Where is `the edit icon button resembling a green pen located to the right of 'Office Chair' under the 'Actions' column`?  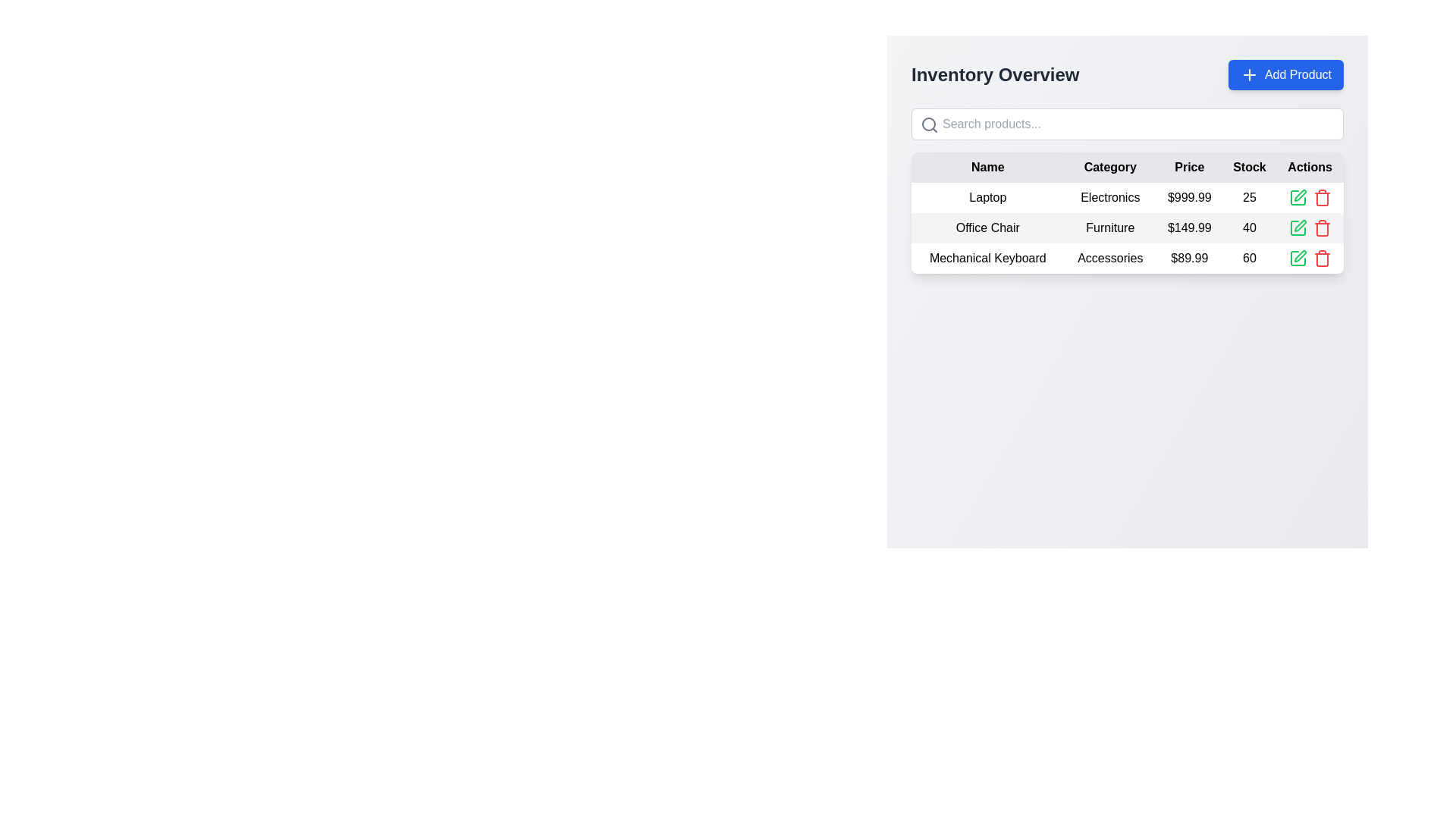
the edit icon button resembling a green pen located to the right of 'Office Chair' under the 'Actions' column is located at coordinates (1299, 195).